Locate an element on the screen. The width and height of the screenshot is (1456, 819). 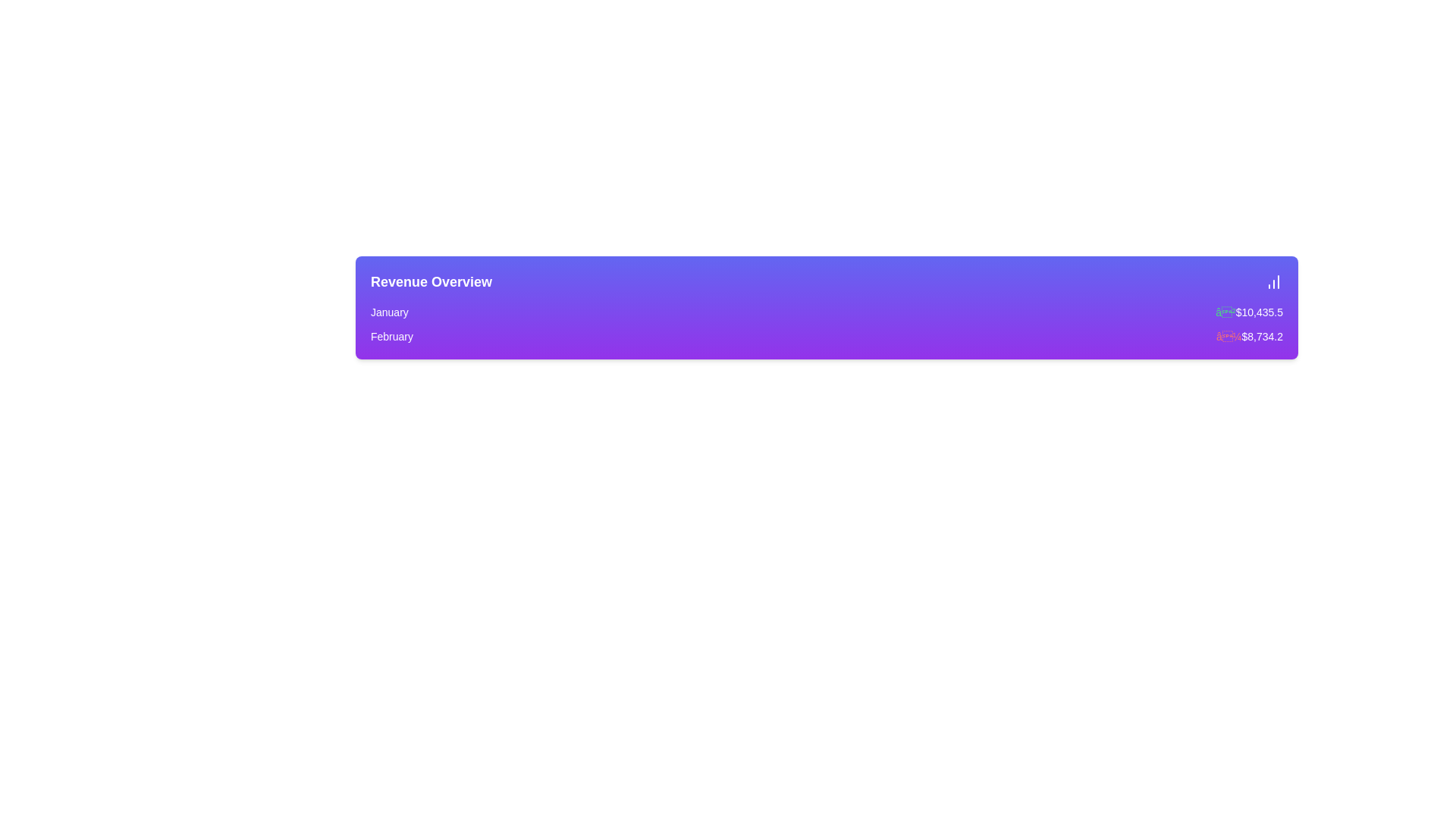
the financial value text element associated with February's data in the bottom-right corner of the light purple panel to interact with it is located at coordinates (1249, 335).